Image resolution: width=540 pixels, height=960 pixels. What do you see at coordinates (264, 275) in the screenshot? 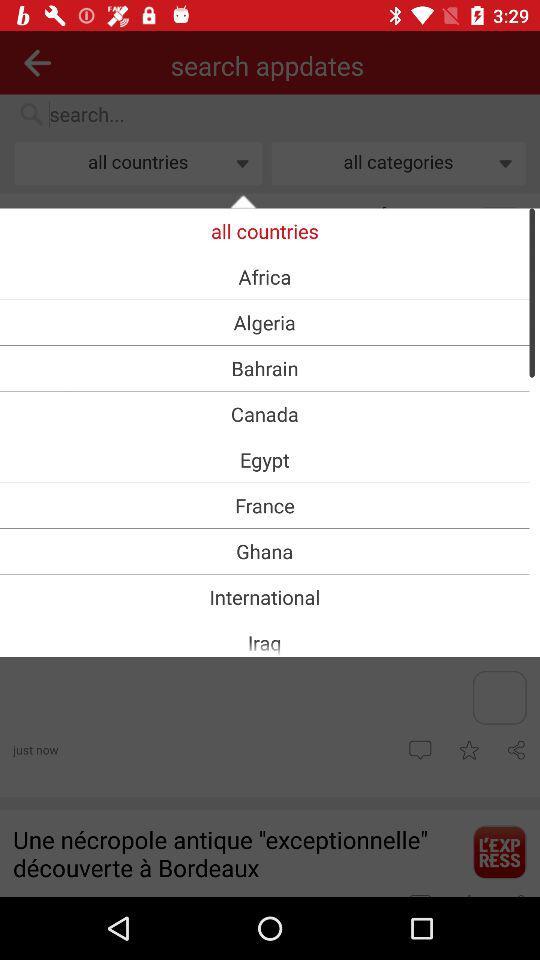
I see `the africa item` at bounding box center [264, 275].